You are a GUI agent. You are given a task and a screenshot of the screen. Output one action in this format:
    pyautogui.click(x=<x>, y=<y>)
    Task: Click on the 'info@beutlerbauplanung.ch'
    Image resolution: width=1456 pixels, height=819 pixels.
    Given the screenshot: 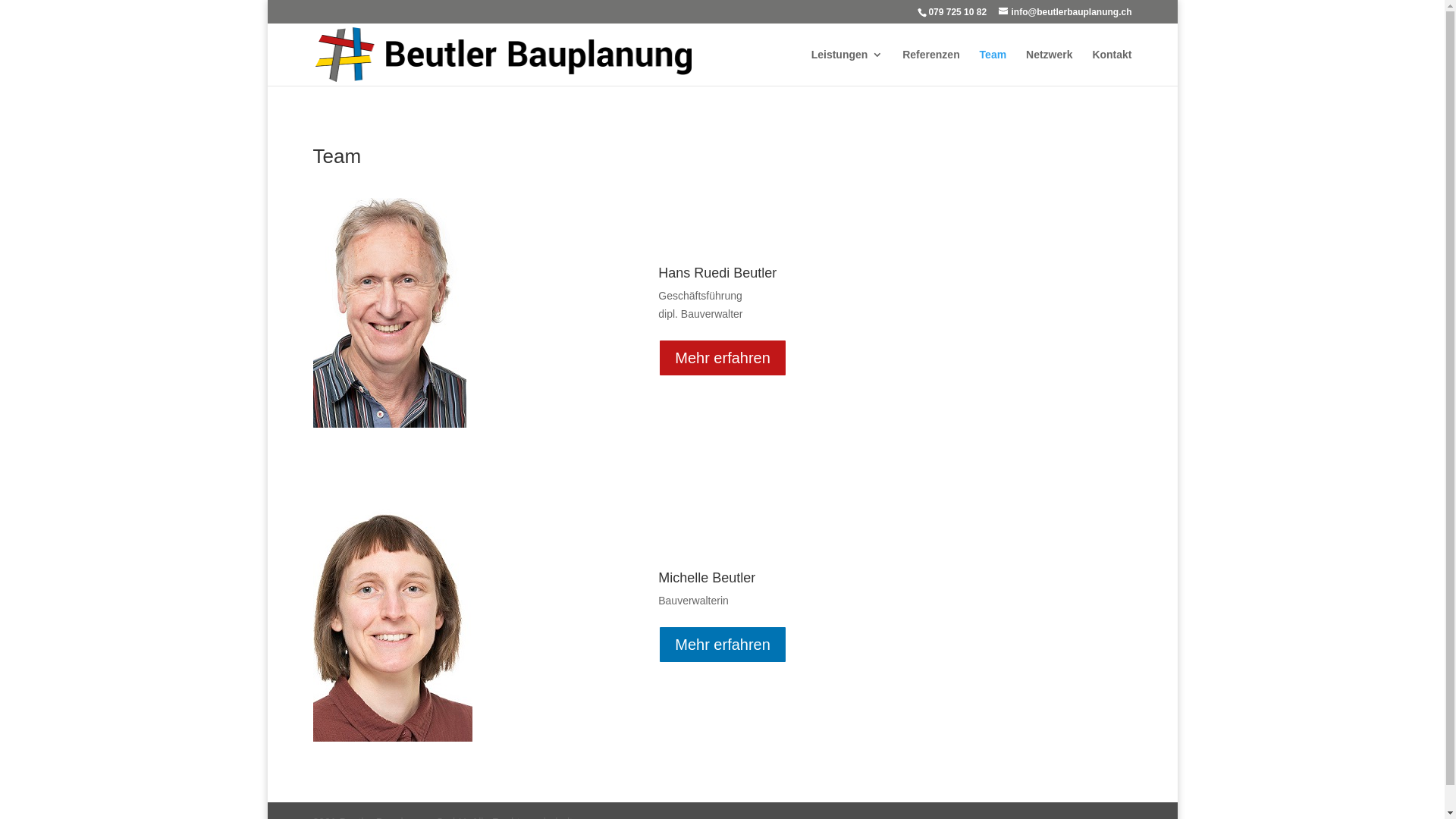 What is the action you would take?
    pyautogui.click(x=1064, y=11)
    